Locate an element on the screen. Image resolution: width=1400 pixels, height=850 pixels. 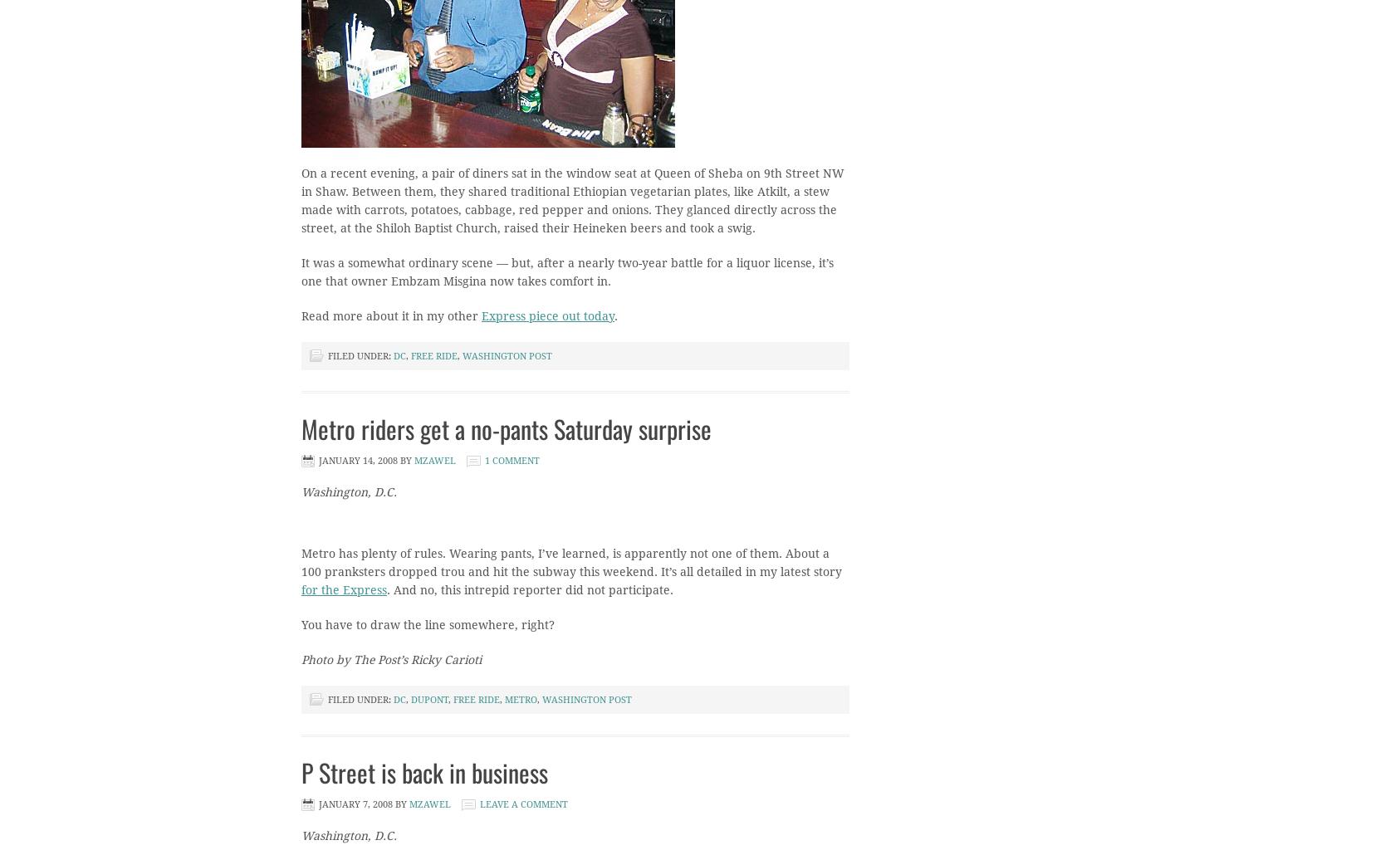
'P Street is back in business' is located at coordinates (424, 771).